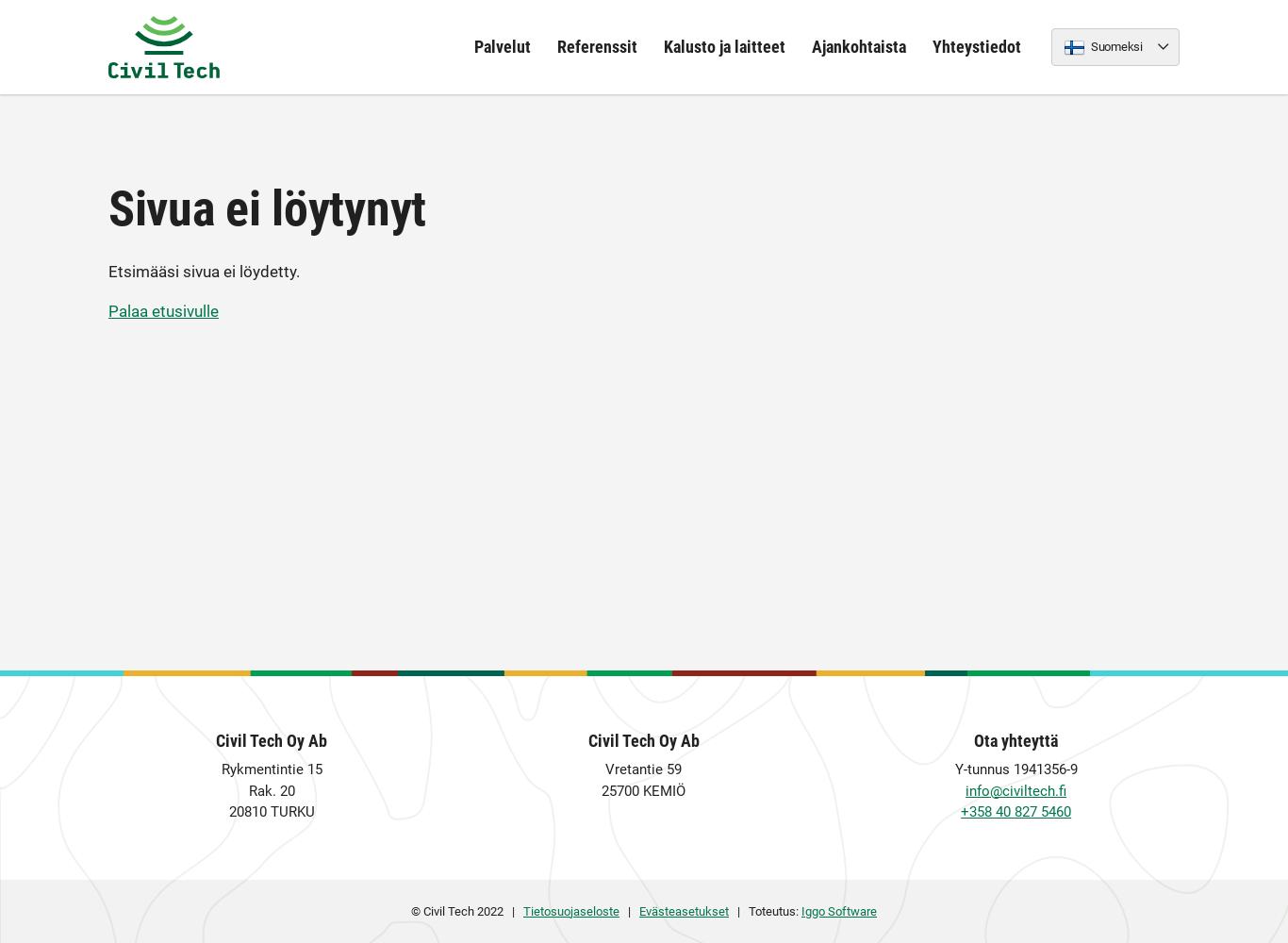 The width and height of the screenshot is (1288, 943). Describe the element at coordinates (271, 811) in the screenshot. I see `'20810 TURKU'` at that location.